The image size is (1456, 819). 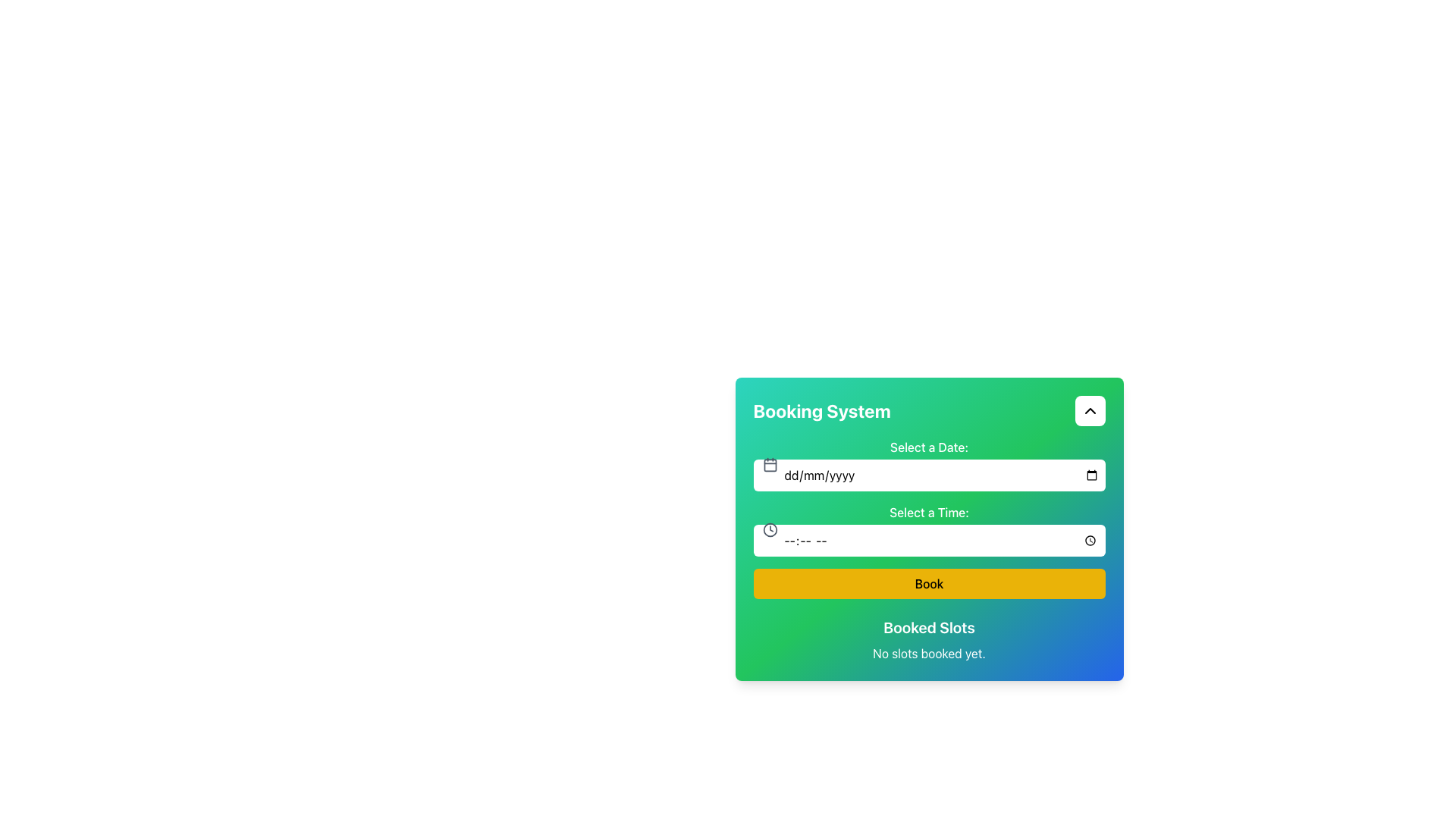 What do you see at coordinates (1089, 411) in the screenshot?
I see `the rectangular button with a white background and a black chevron icon pointing upwards` at bounding box center [1089, 411].